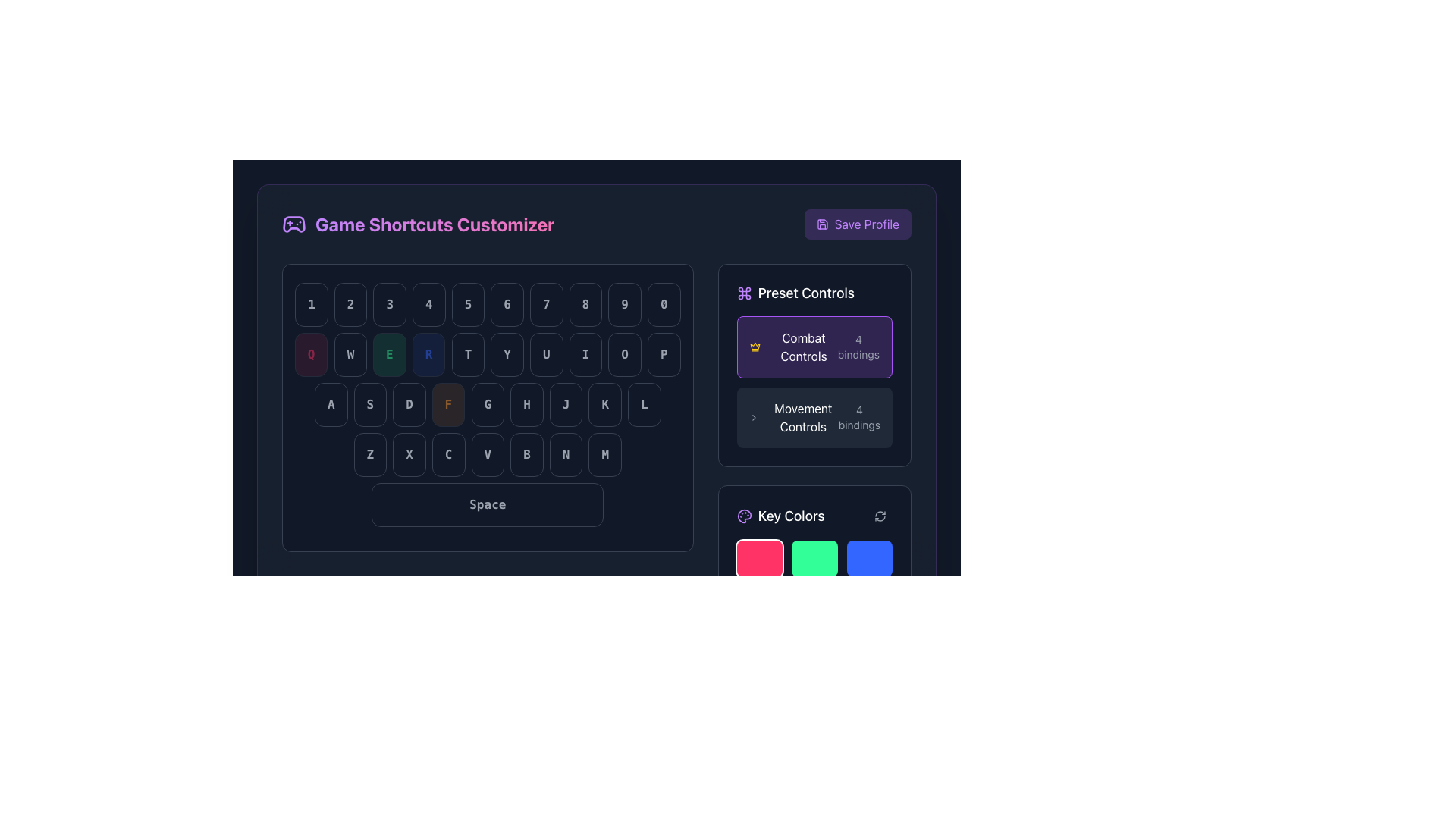  What do you see at coordinates (390, 354) in the screenshot?
I see `the button displaying 'E' in bold green text with a light green background` at bounding box center [390, 354].